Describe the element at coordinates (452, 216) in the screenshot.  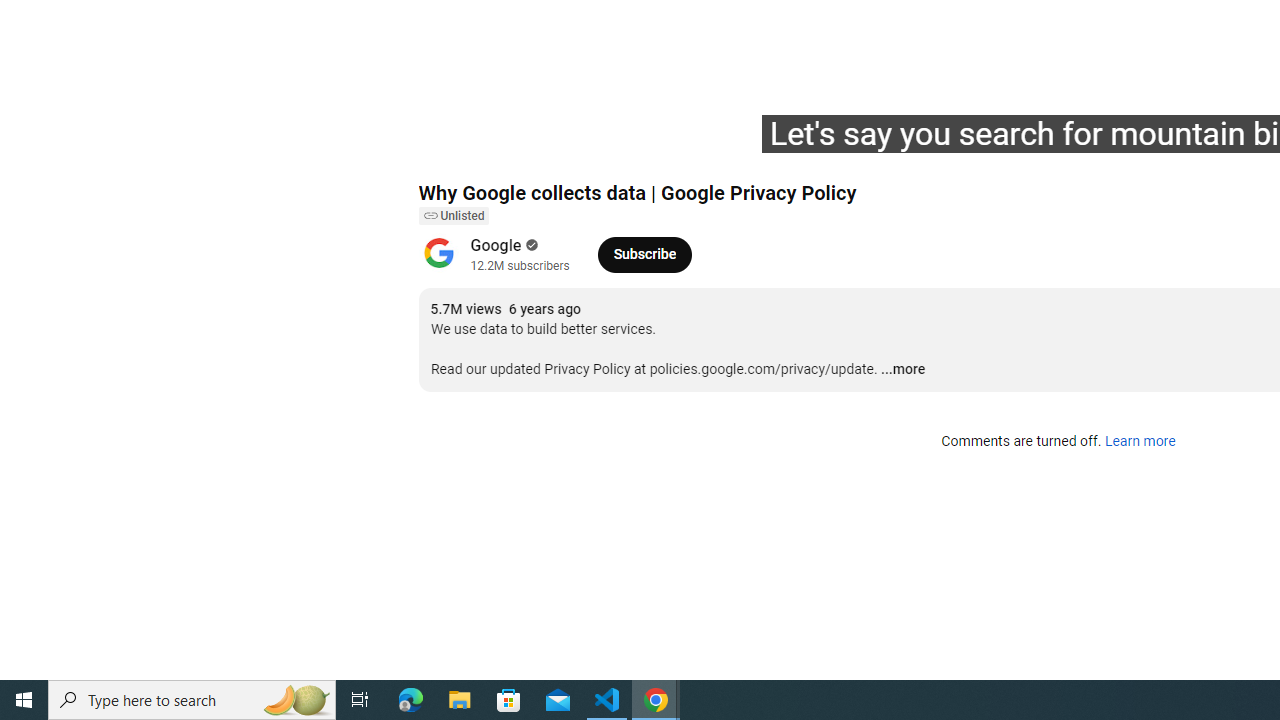
I see `'Unlisted'` at that location.